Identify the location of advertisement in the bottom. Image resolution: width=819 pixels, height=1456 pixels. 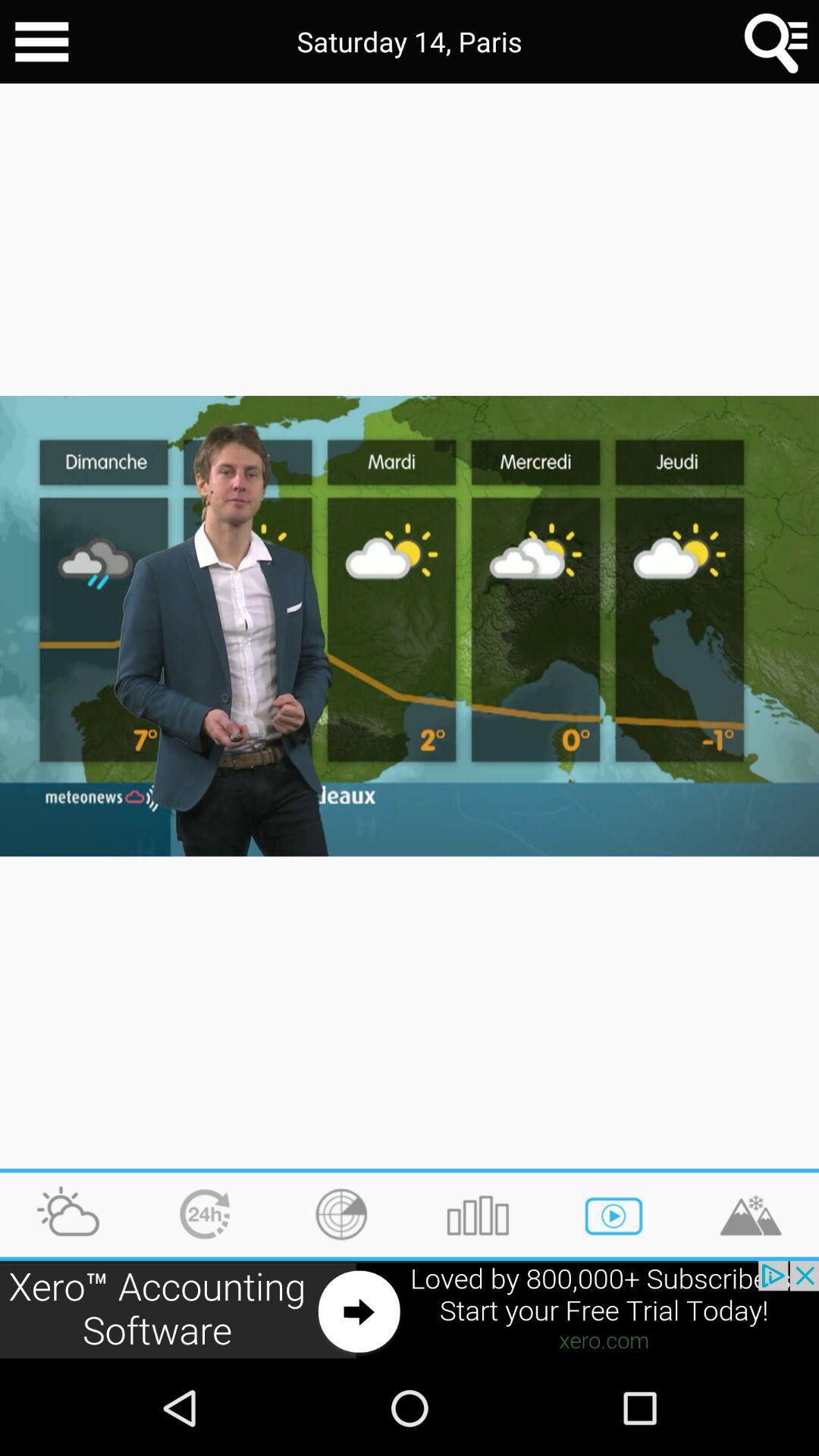
(409, 1310).